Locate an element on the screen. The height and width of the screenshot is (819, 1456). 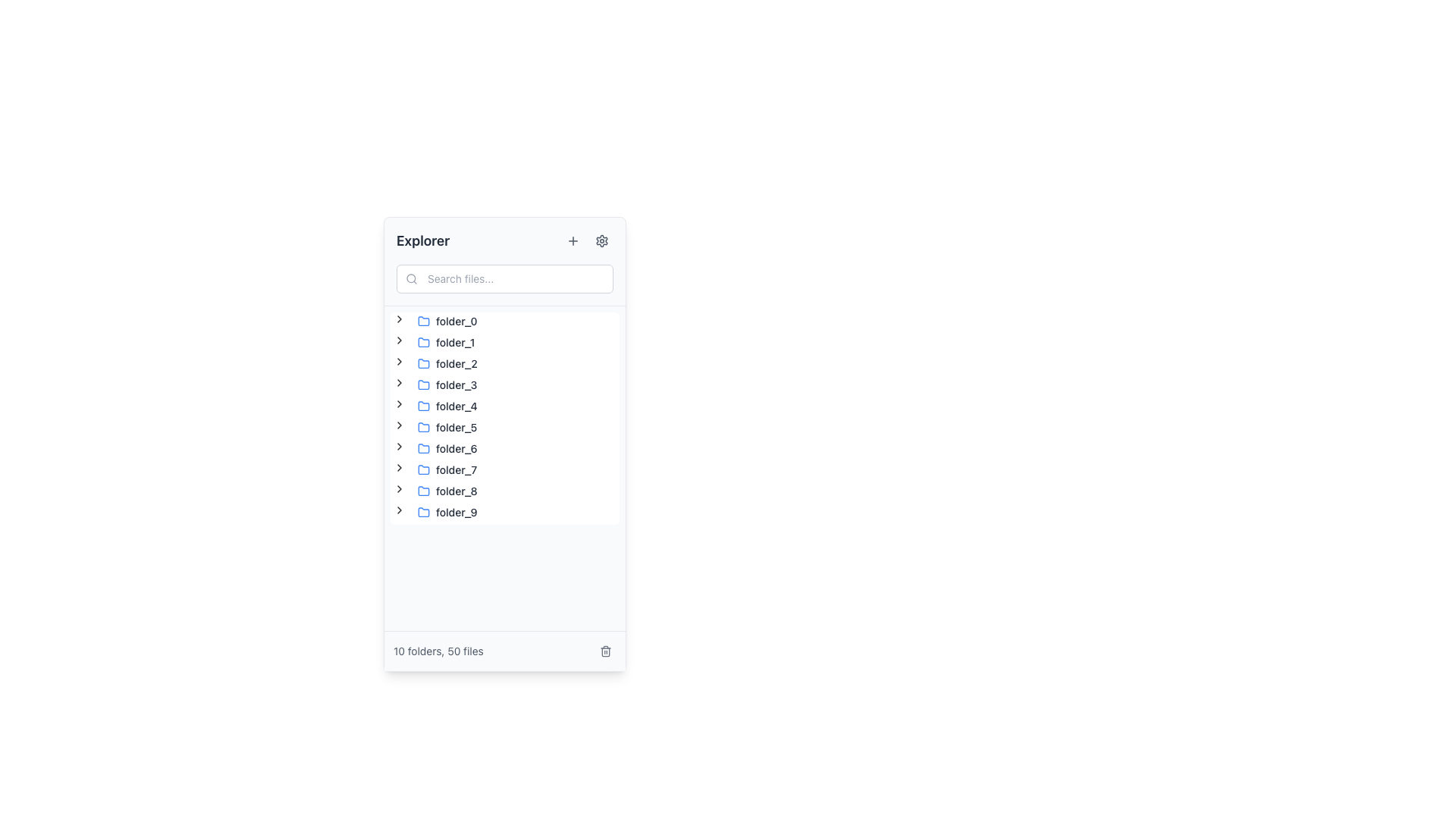
the folder icon representing 'folder_9' is located at coordinates (423, 512).